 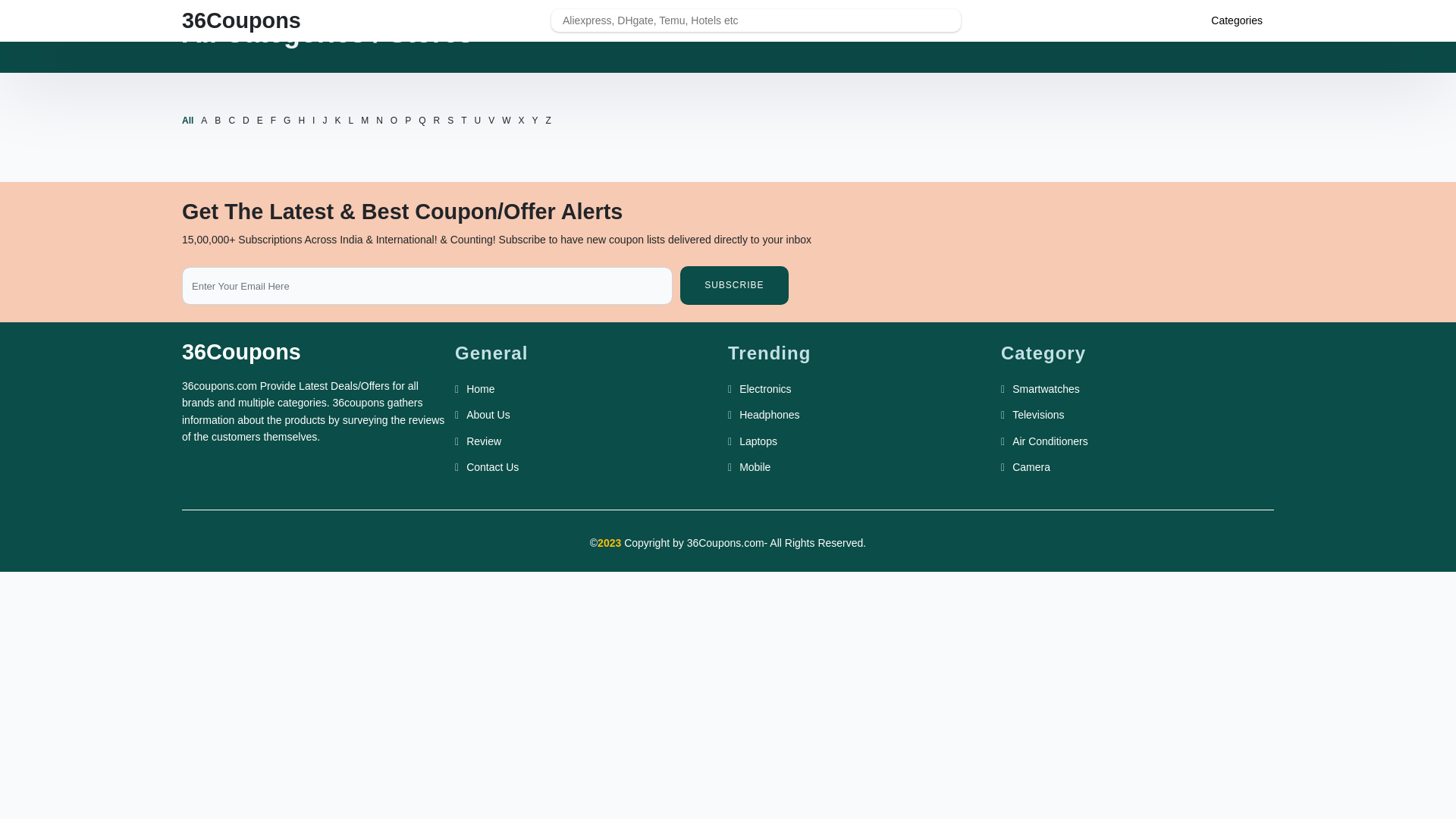 What do you see at coordinates (734, 285) in the screenshot?
I see `'SUBSCRIBE'` at bounding box center [734, 285].